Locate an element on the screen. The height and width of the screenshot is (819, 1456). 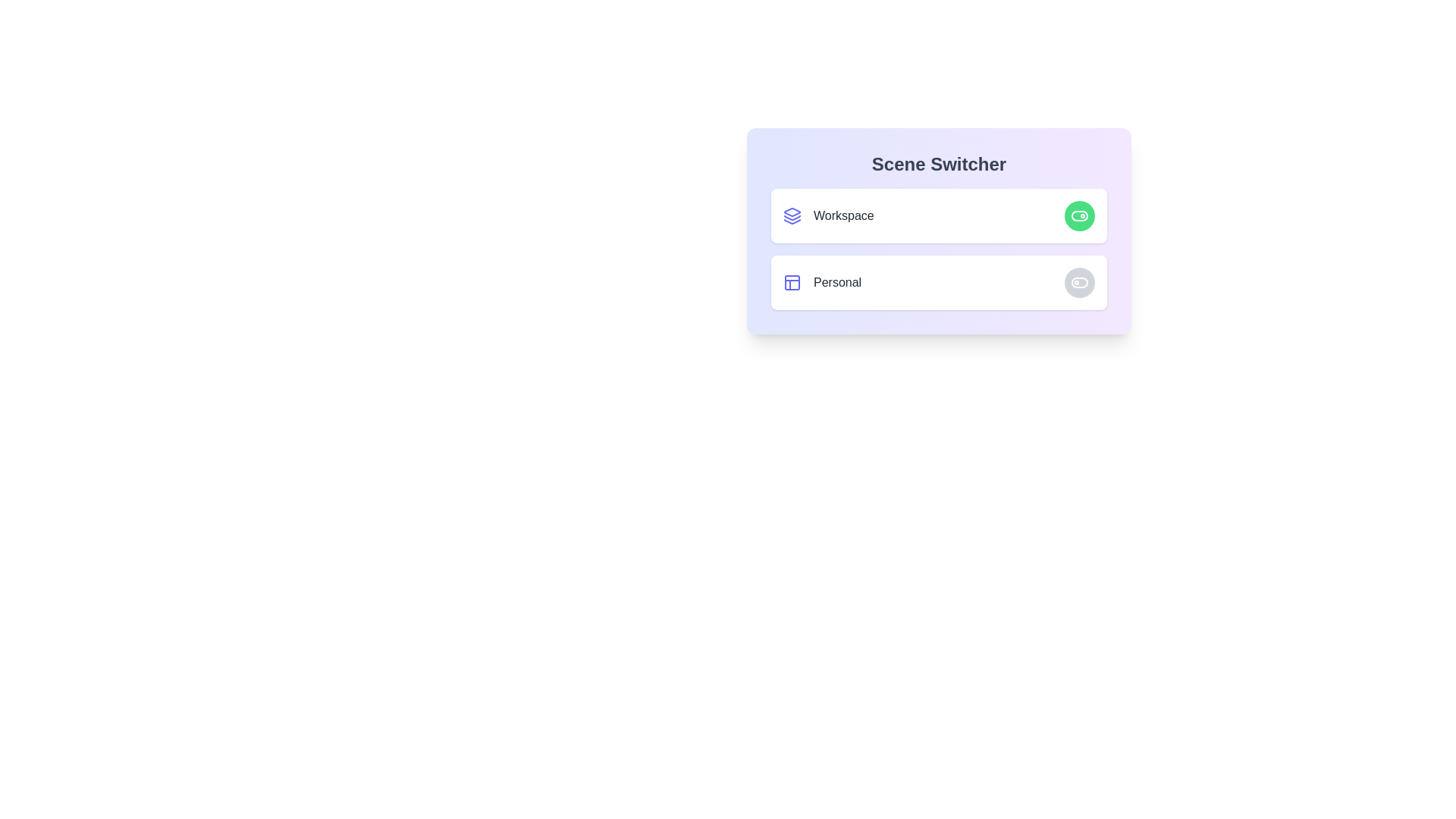
the 'Personal' card located beneath the 'Workspace' card in the 'Scene Switcher' section is located at coordinates (938, 283).